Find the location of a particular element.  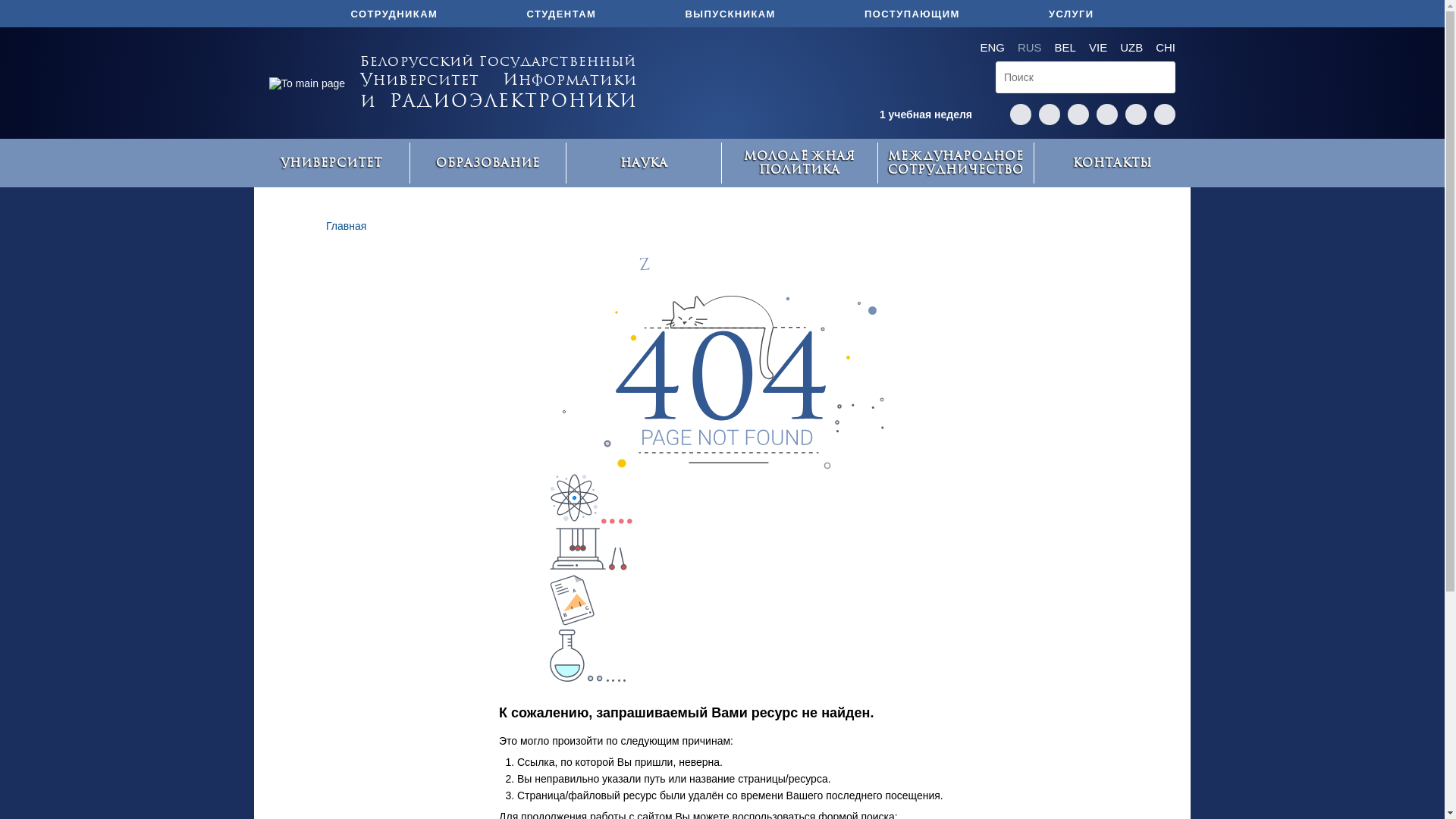

'ENG' is located at coordinates (979, 46).